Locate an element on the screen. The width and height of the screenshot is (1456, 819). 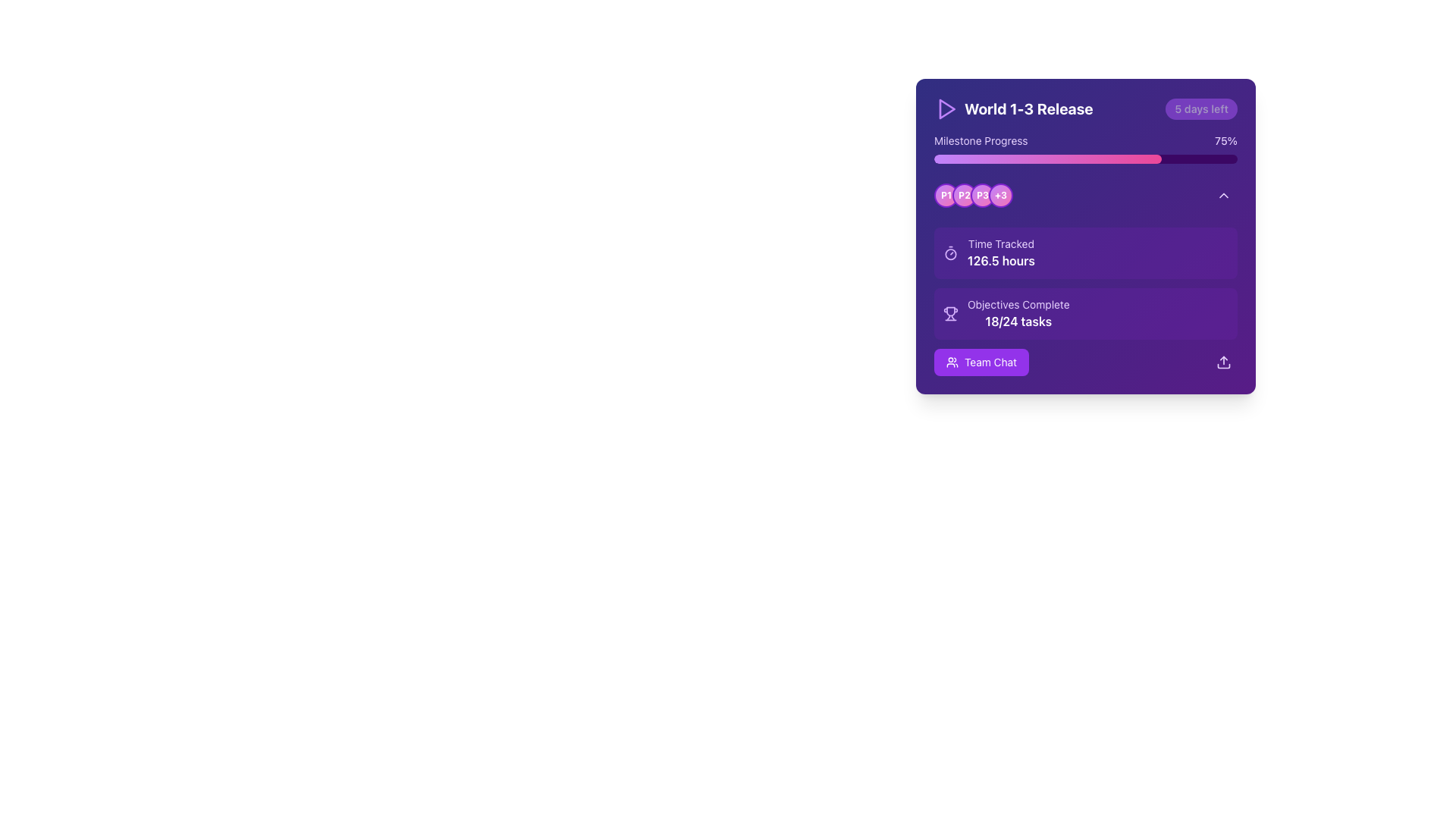
the first circular badge with a gradient background from purple to pink, featuring bold white text 'P1', located in the 'Milestone Progress' section of the 'World 1-3 Release' panel is located at coordinates (946, 195).